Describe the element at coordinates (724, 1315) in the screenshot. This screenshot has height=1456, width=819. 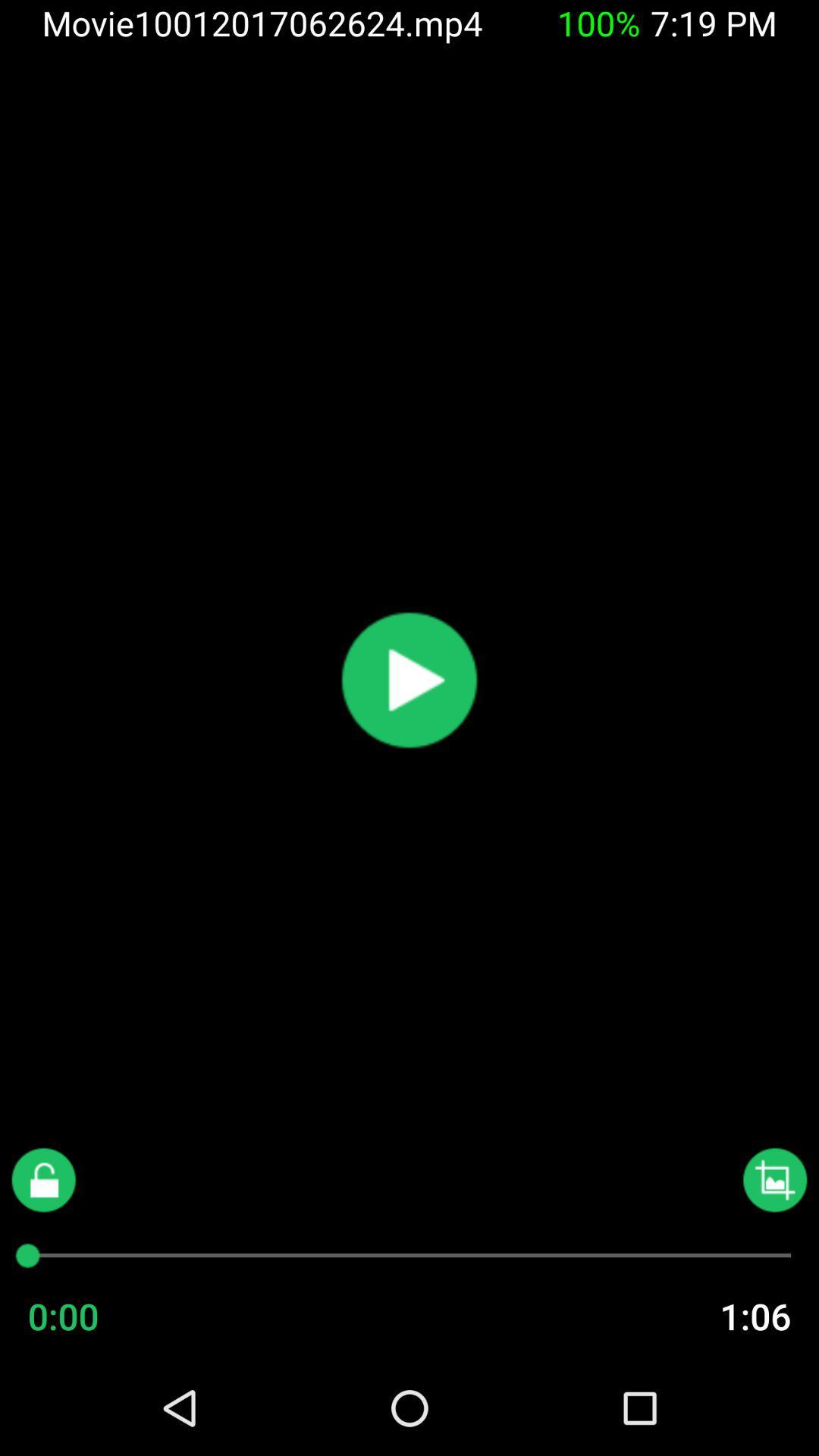
I see `1:06 item` at that location.